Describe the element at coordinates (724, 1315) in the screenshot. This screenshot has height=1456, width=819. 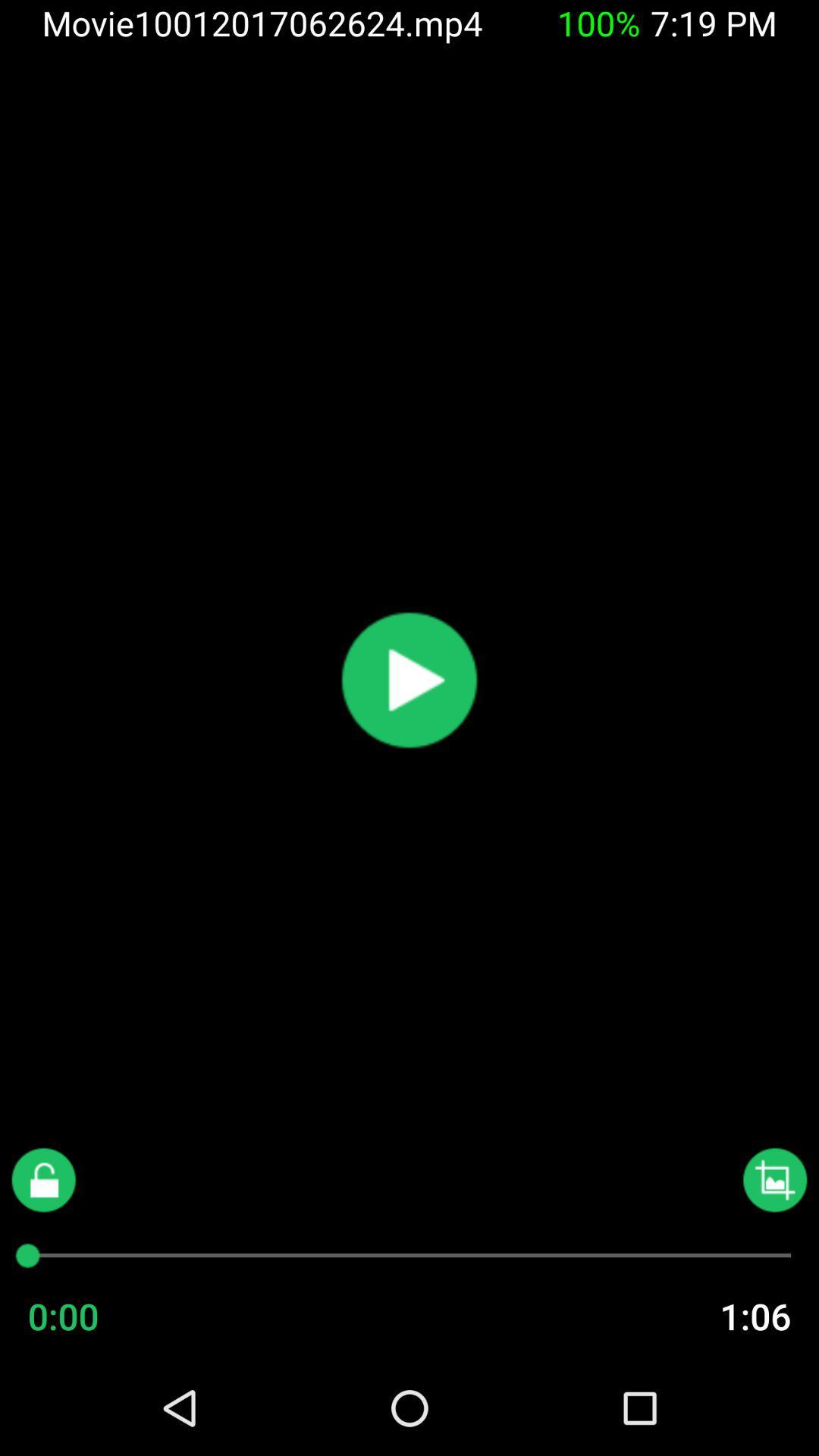
I see `1:06 item` at that location.